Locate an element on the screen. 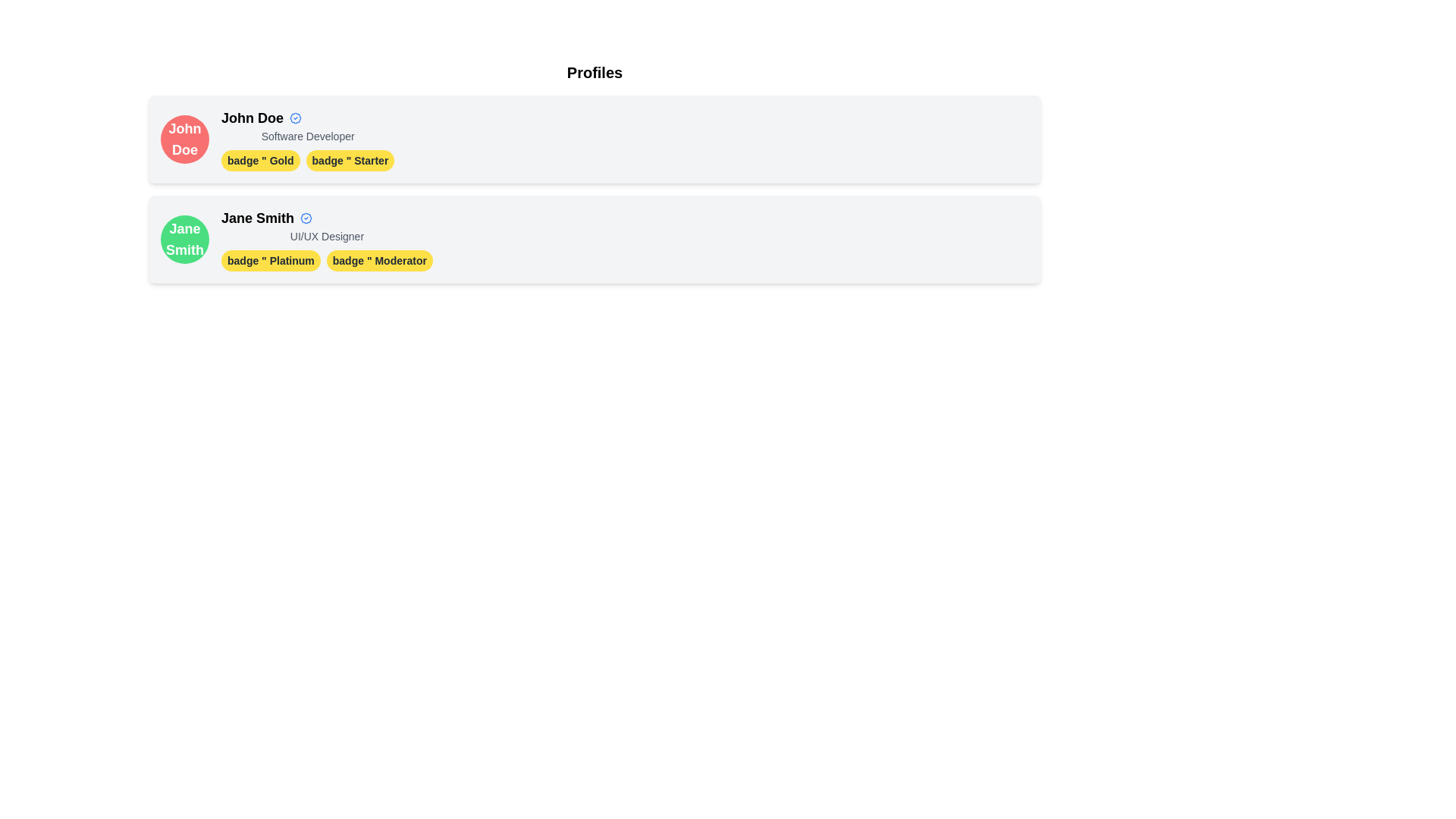 This screenshot has width=1456, height=819. the circular red background containing the bold white text 'John Doe' in the first profile card at the top left corner of the interface is located at coordinates (184, 140).